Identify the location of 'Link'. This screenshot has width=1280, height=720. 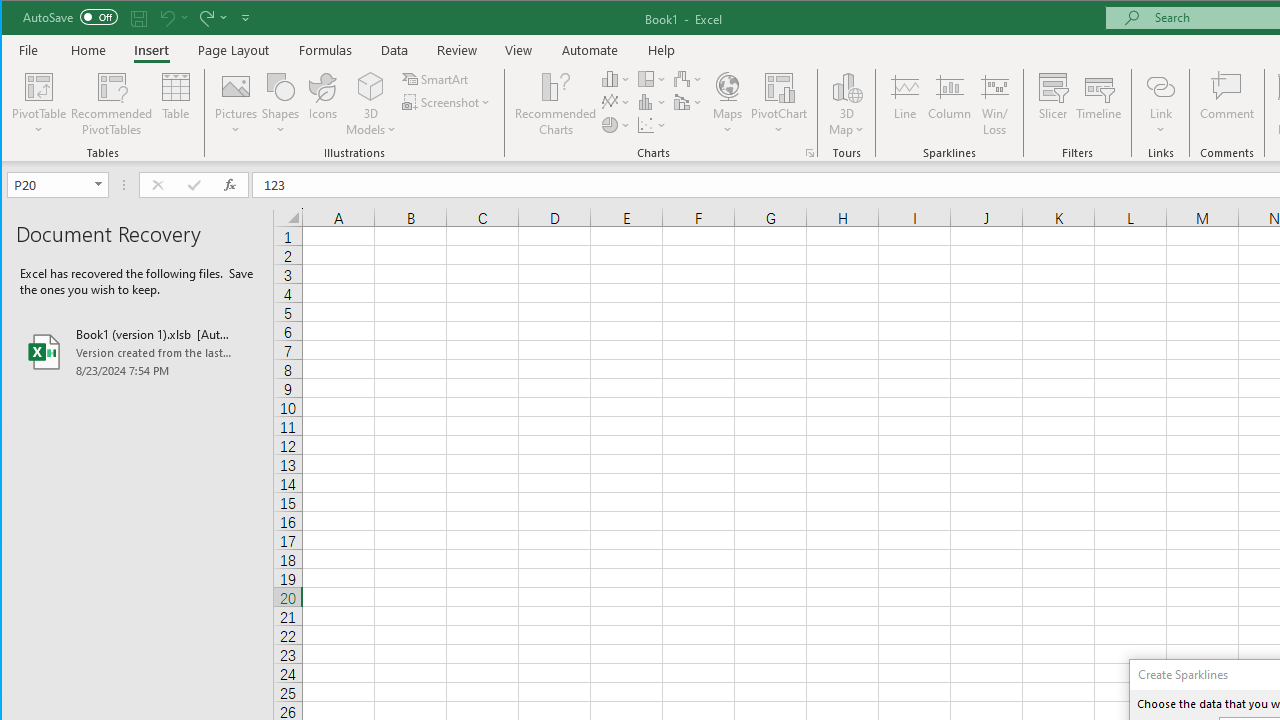
(1160, 104).